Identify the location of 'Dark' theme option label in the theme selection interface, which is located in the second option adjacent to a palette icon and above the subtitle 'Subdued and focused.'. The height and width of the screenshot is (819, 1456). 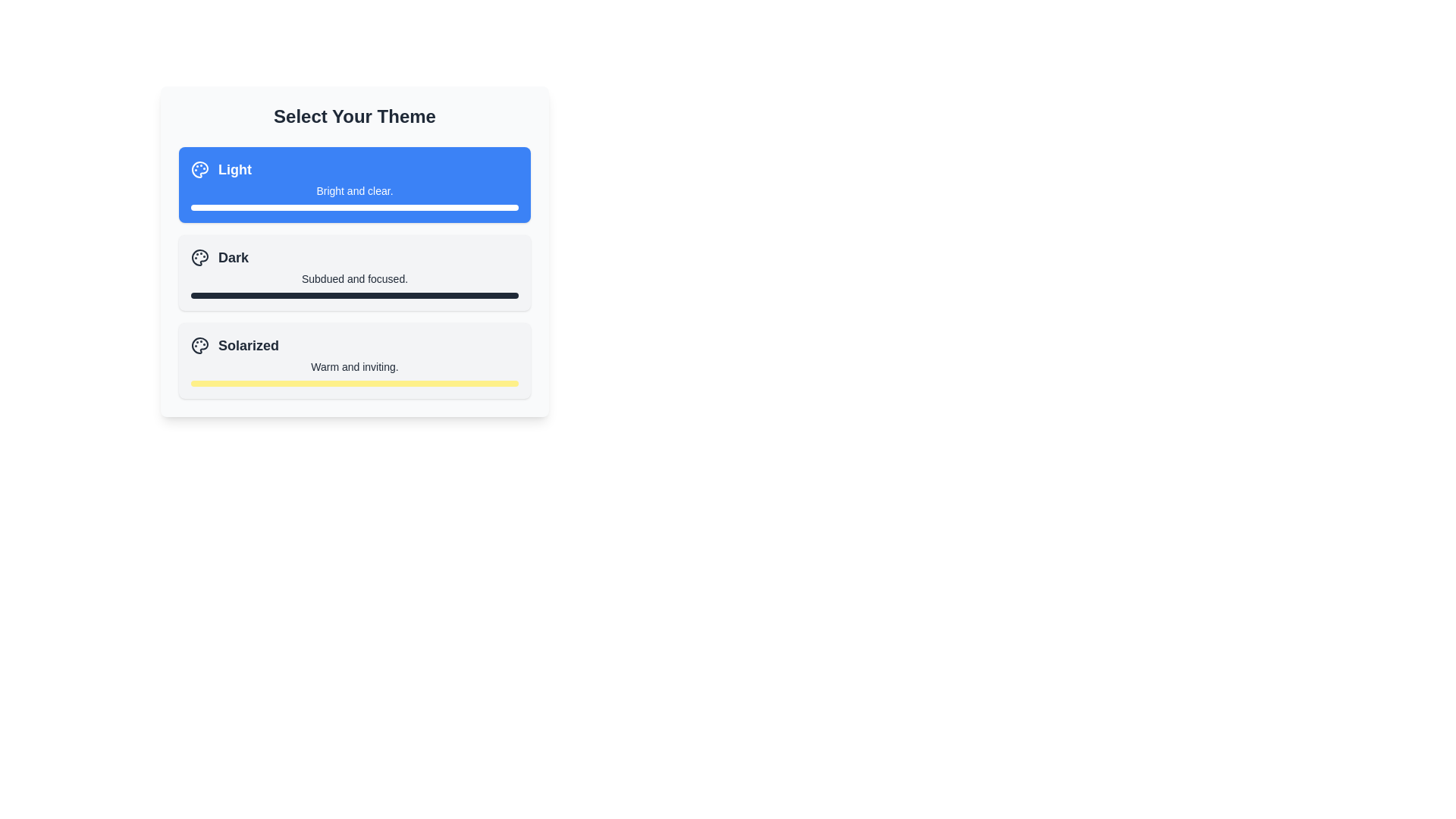
(232, 256).